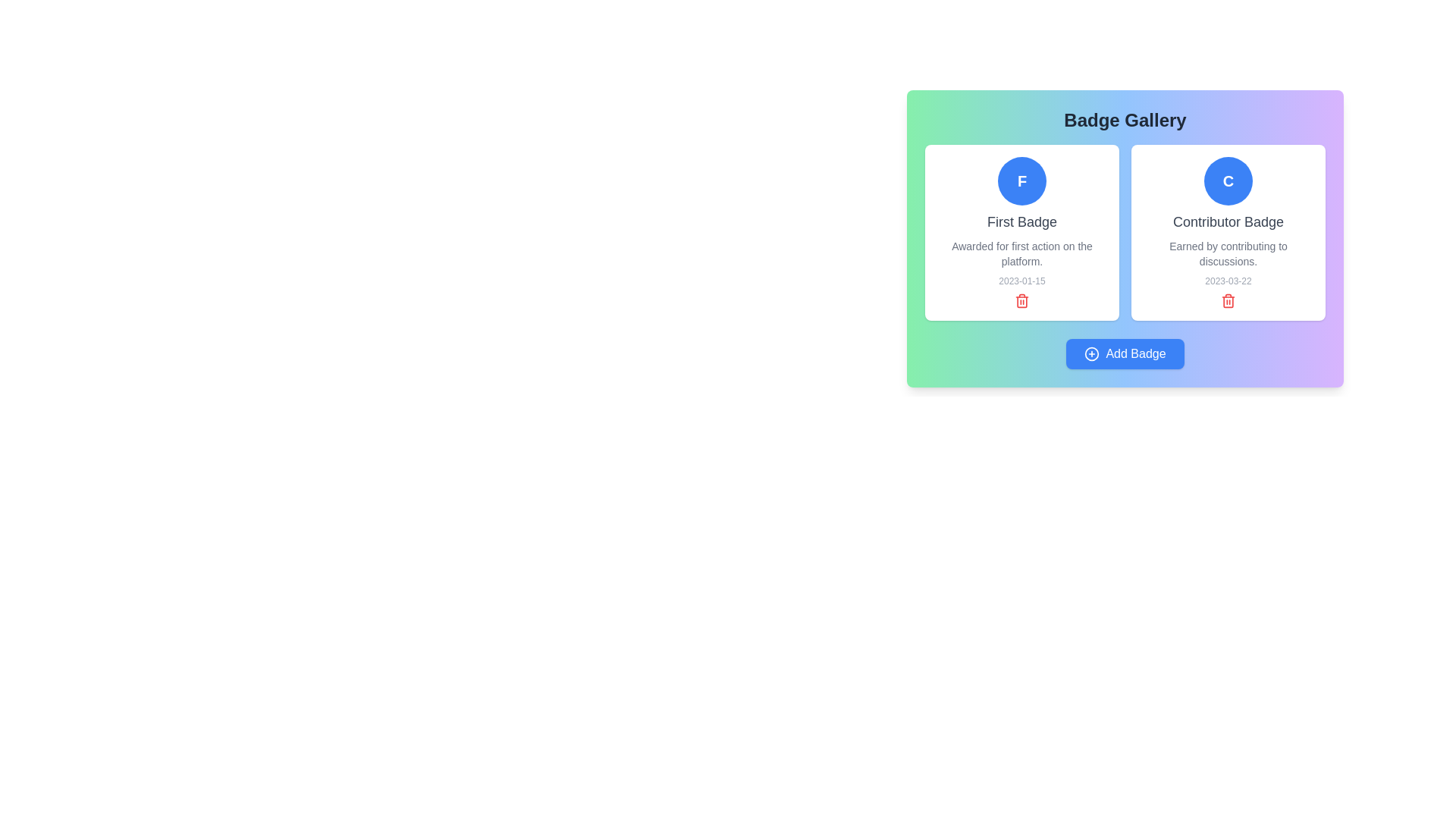  Describe the element at coordinates (1228, 253) in the screenshot. I see `the text label displaying 'Earned by contributing to discussions.' located under the 'Contributor Badge' in the right card of the badge gallery` at that location.